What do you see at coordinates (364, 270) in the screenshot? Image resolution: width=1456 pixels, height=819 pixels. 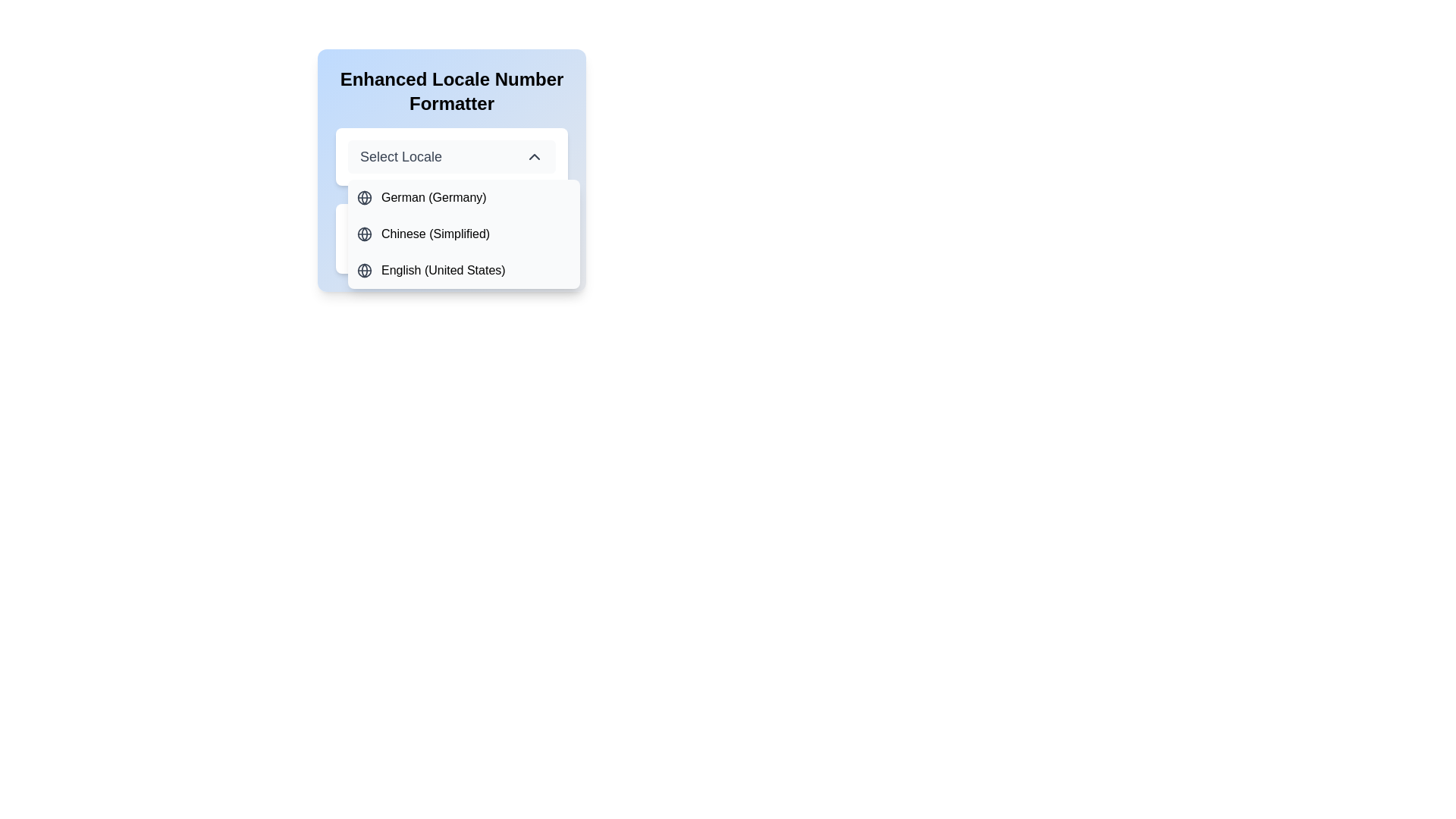 I see `the decorative SVG Circle that represents a globe icon for language selection, located within the dropdown menu of the locale selector component` at bounding box center [364, 270].